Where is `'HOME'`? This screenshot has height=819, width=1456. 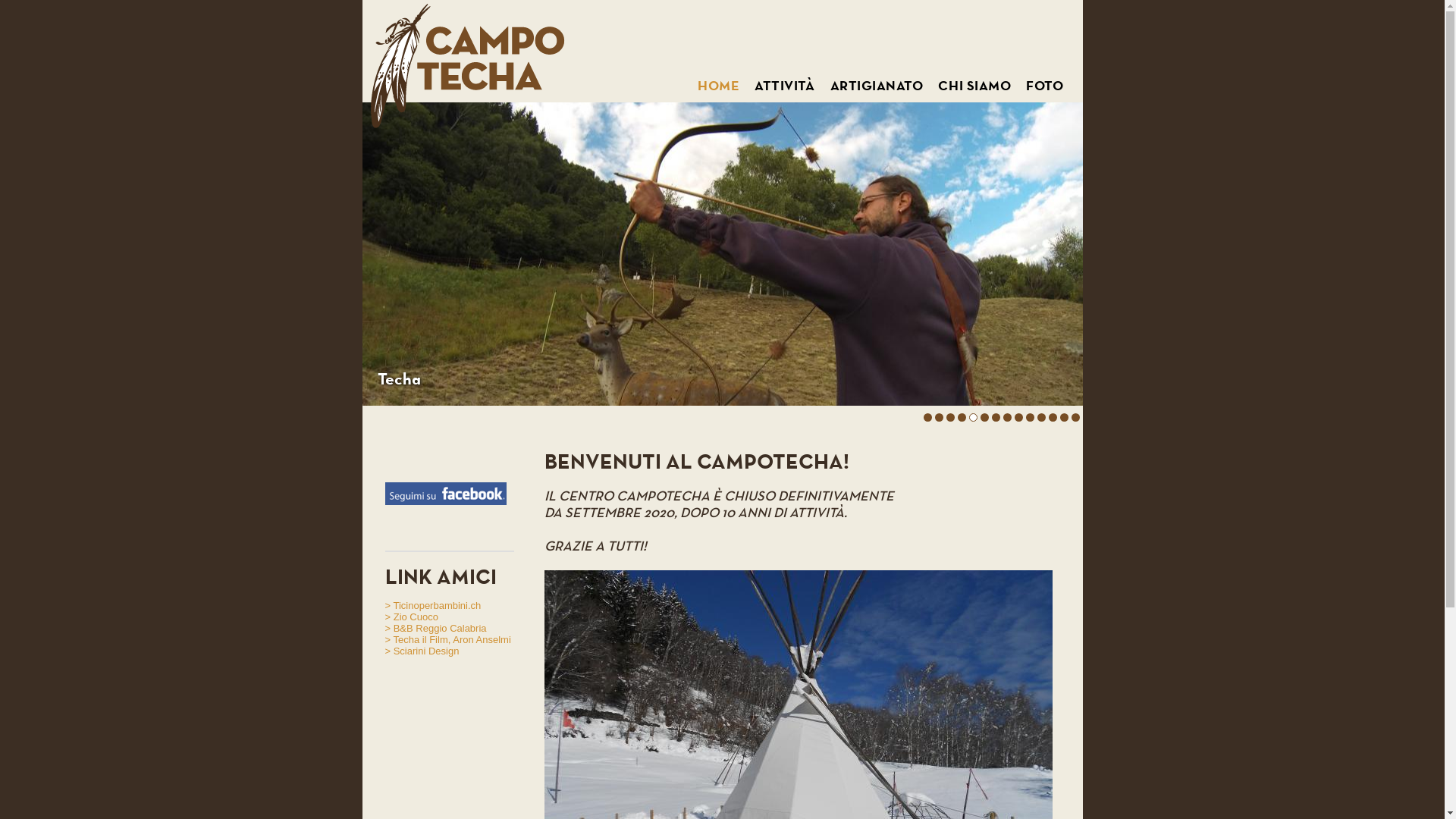
'HOME' is located at coordinates (717, 86).